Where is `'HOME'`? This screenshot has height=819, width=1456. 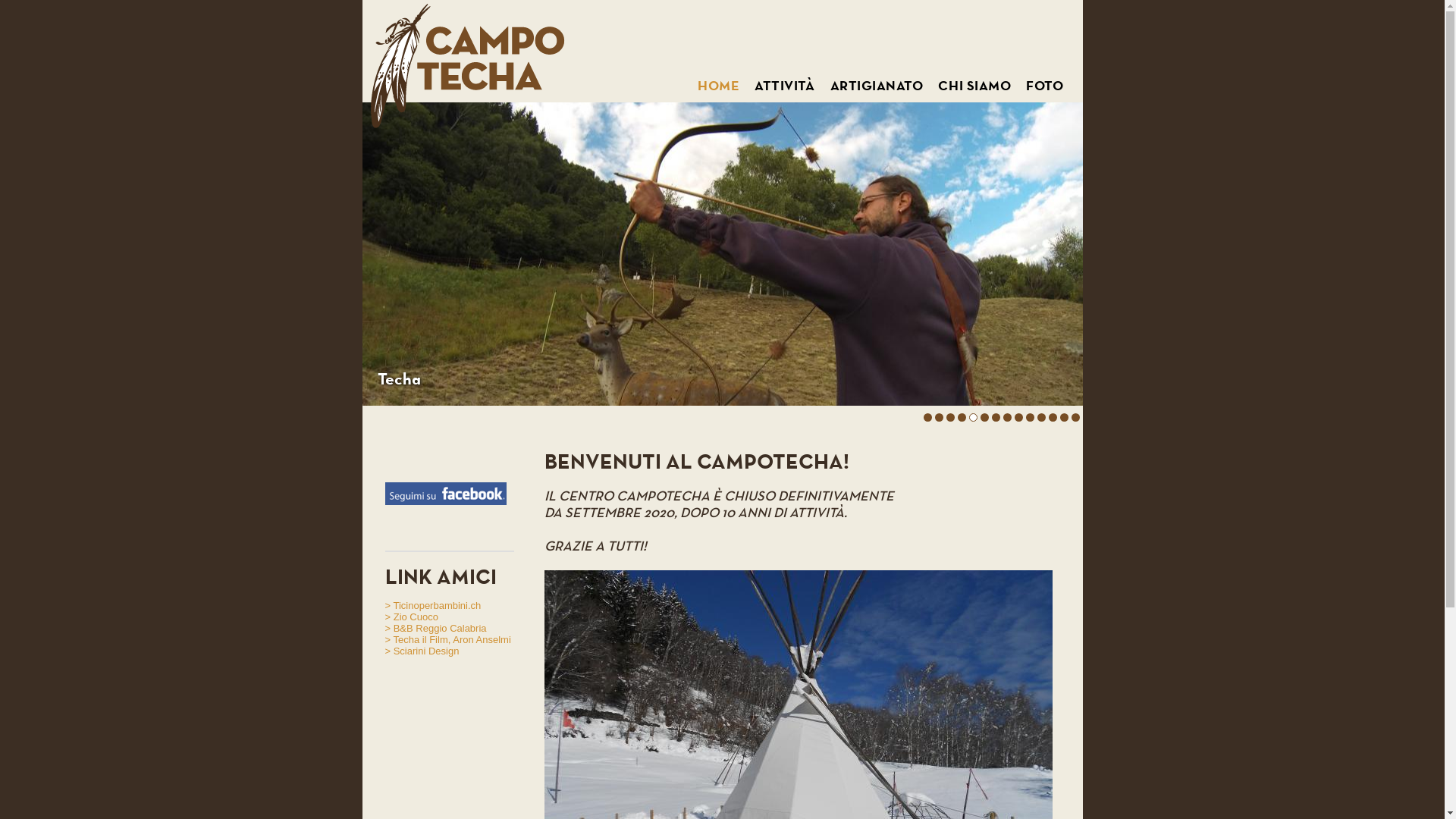
'HOME' is located at coordinates (717, 86).